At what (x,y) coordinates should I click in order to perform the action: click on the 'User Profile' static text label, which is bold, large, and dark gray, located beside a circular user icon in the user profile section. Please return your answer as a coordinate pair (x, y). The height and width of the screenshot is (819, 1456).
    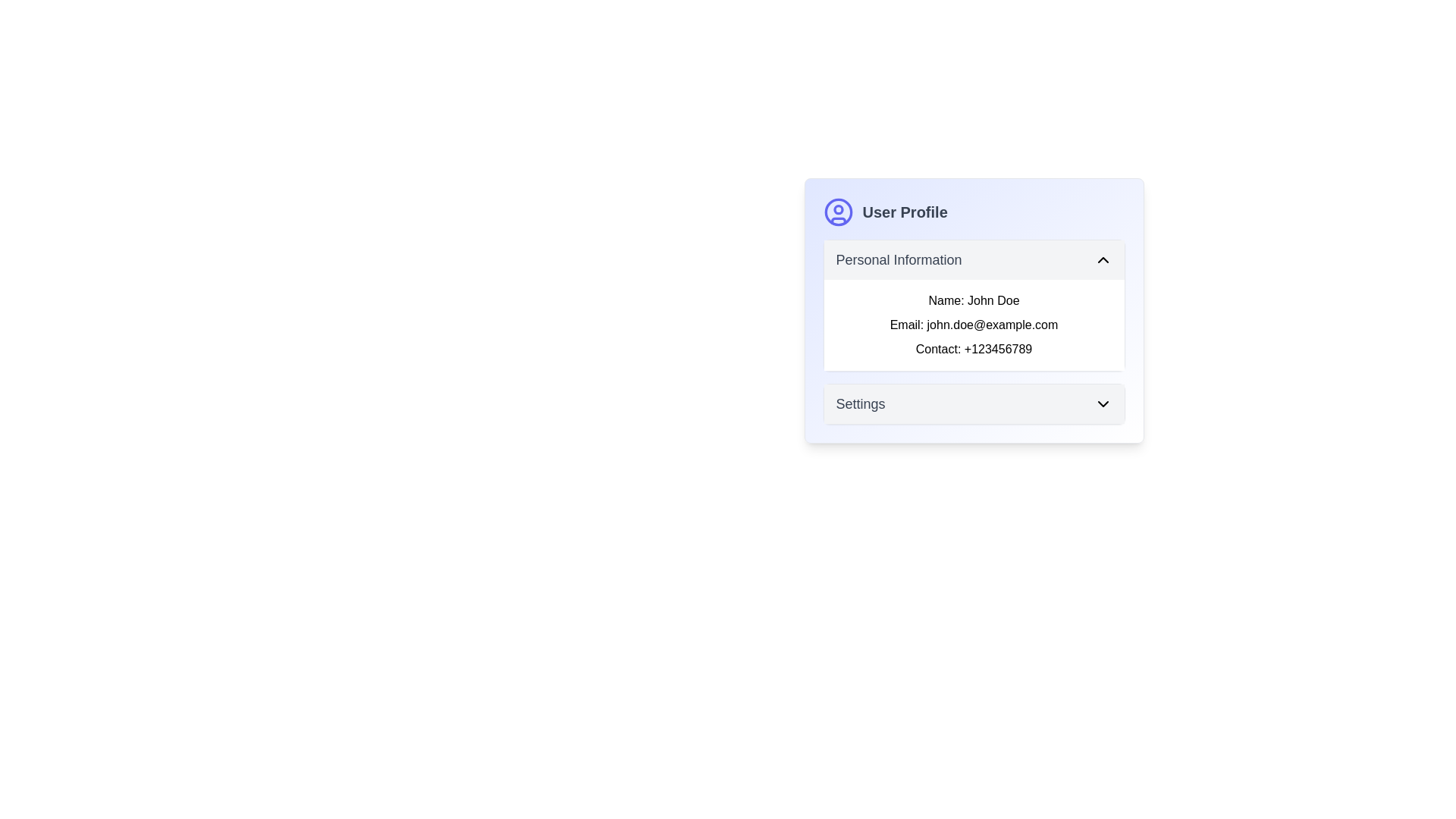
    Looking at the image, I should click on (905, 212).